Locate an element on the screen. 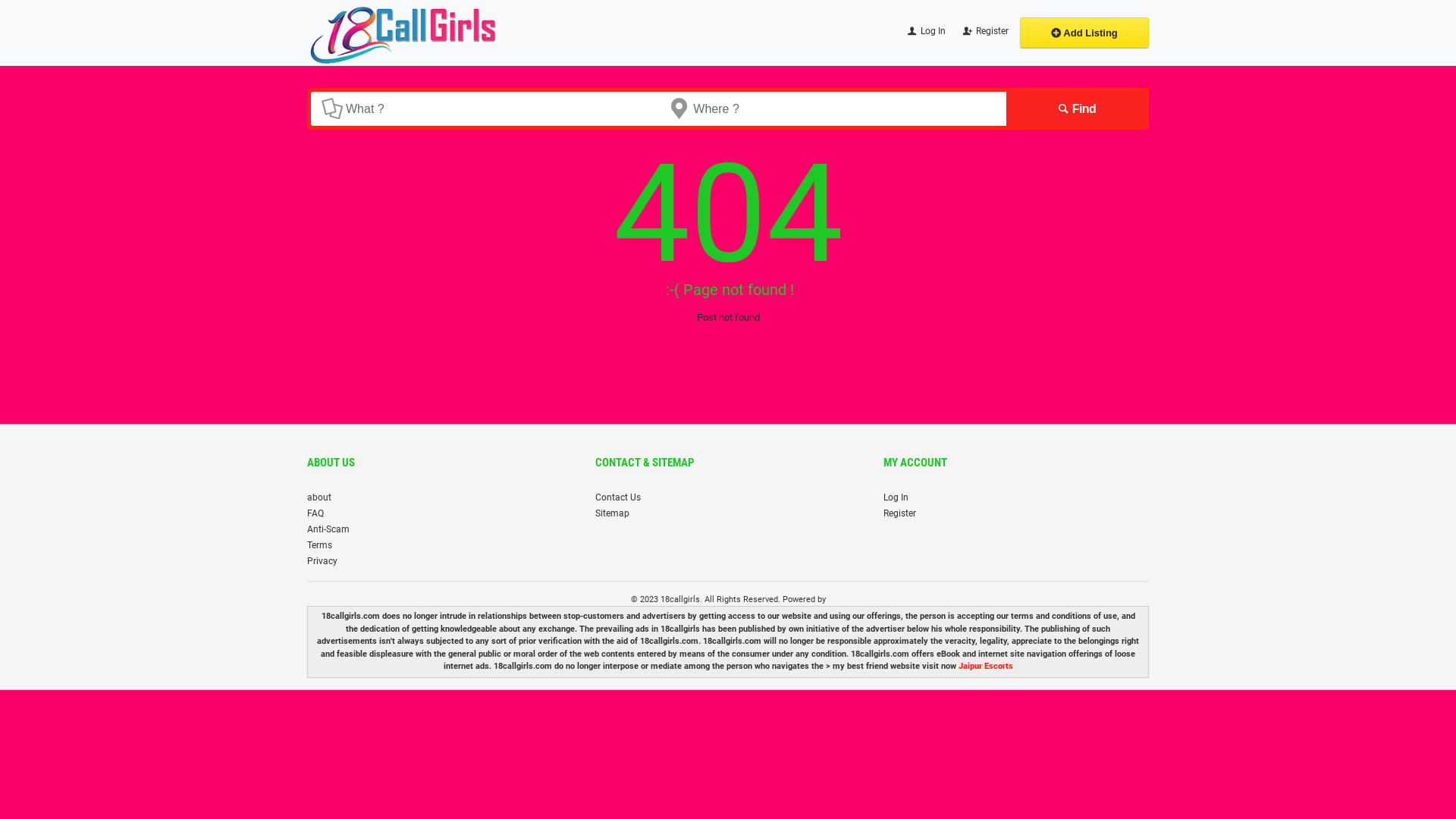 The image size is (1456, 819). 'Find' is located at coordinates (1006, 108).